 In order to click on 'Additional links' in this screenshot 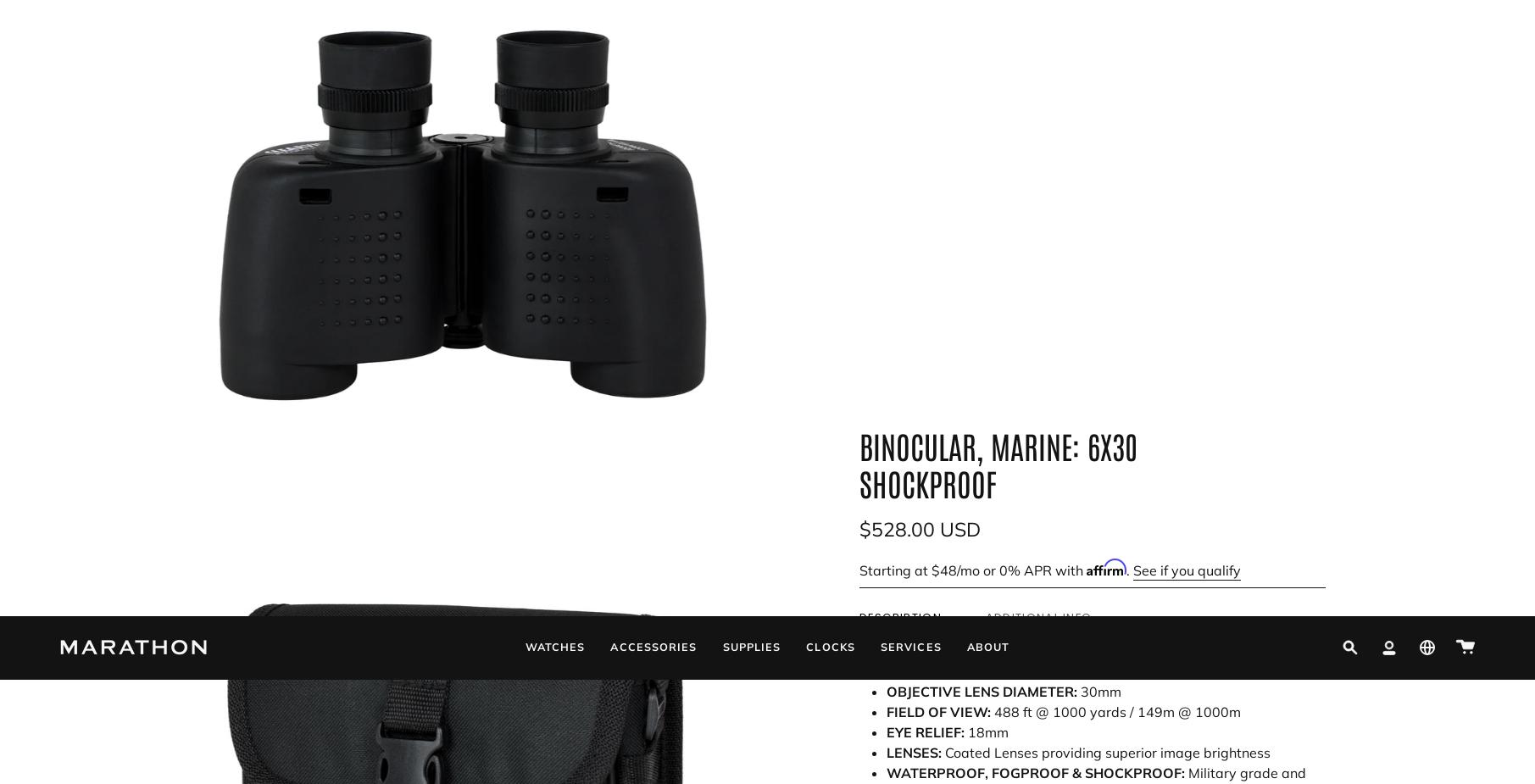, I will do `click(609, 509)`.